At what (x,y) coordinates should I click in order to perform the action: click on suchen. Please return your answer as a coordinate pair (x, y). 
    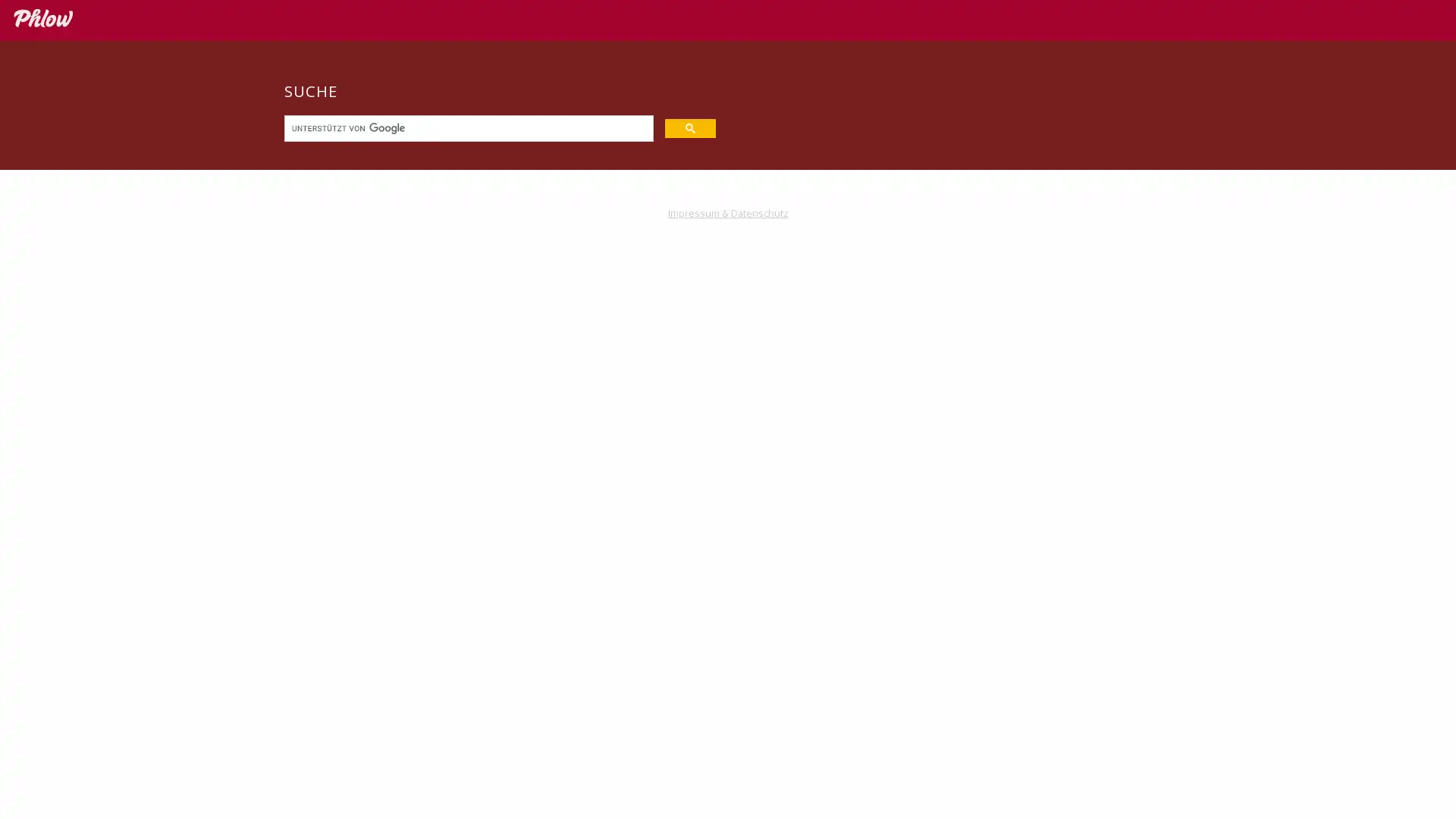
    Looking at the image, I should click on (689, 127).